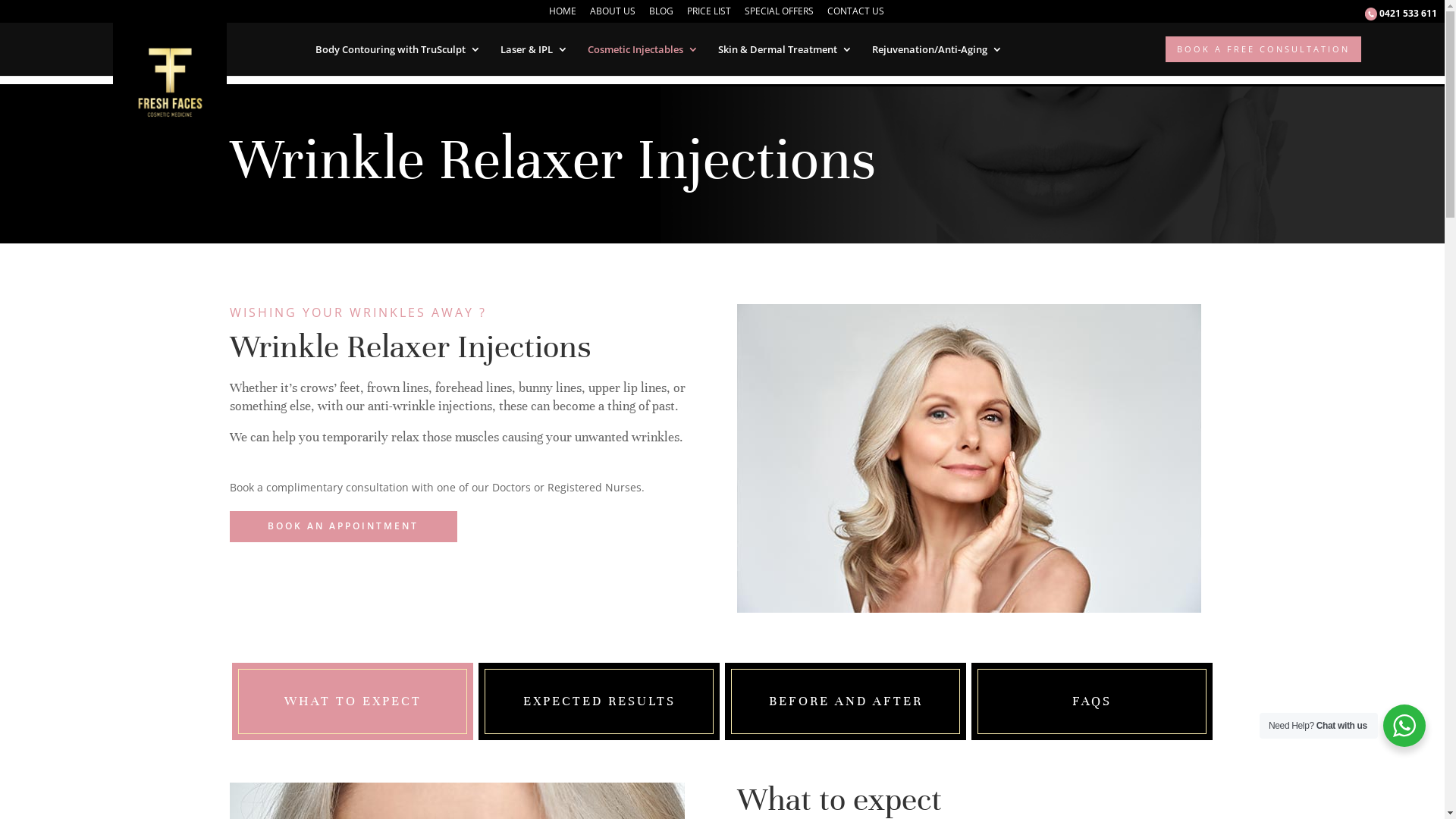 The height and width of the screenshot is (819, 1456). What do you see at coordinates (855, 14) in the screenshot?
I see `'CONTACT US'` at bounding box center [855, 14].